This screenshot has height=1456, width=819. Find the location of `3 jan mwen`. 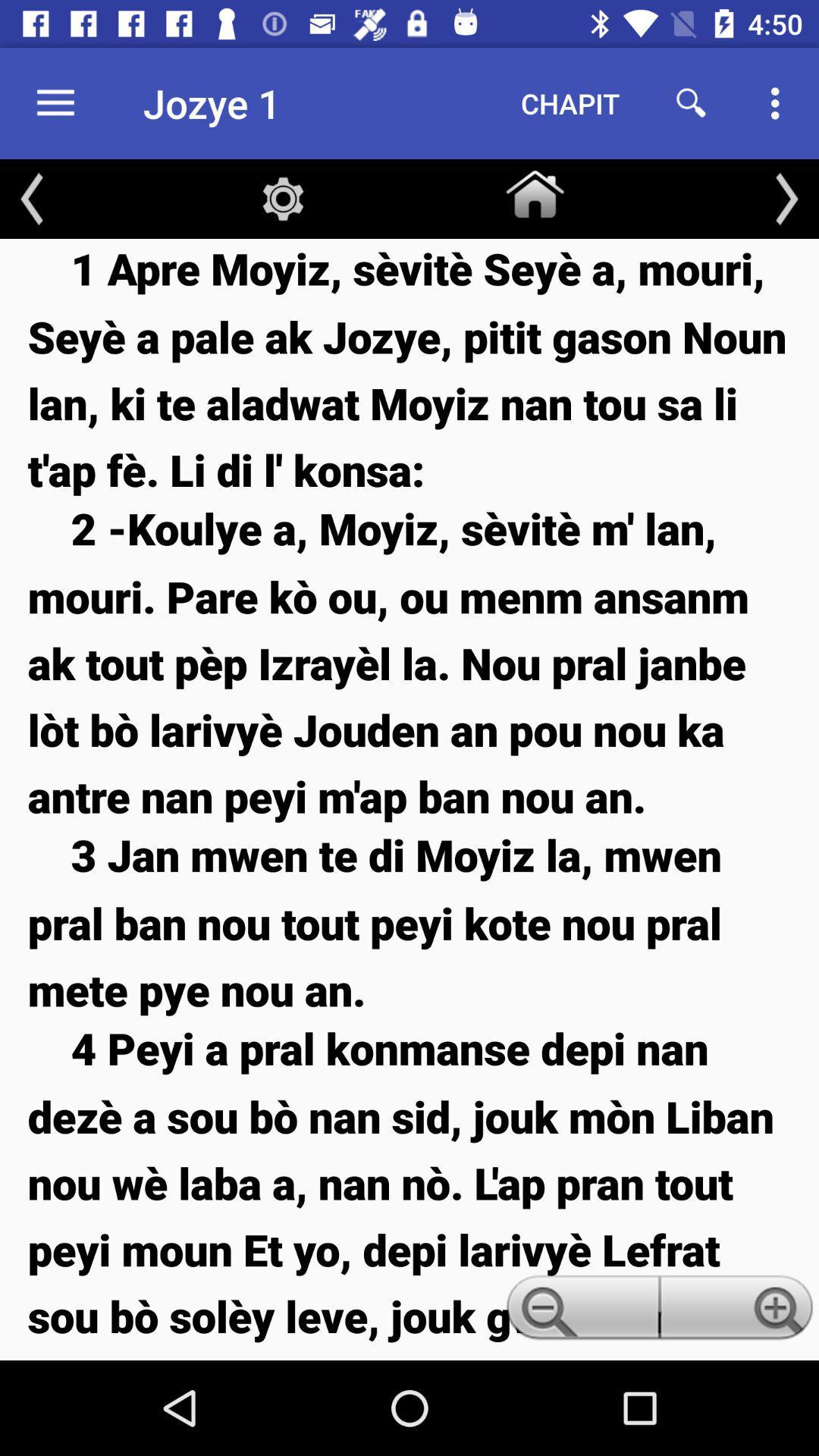

3 jan mwen is located at coordinates (409, 921).